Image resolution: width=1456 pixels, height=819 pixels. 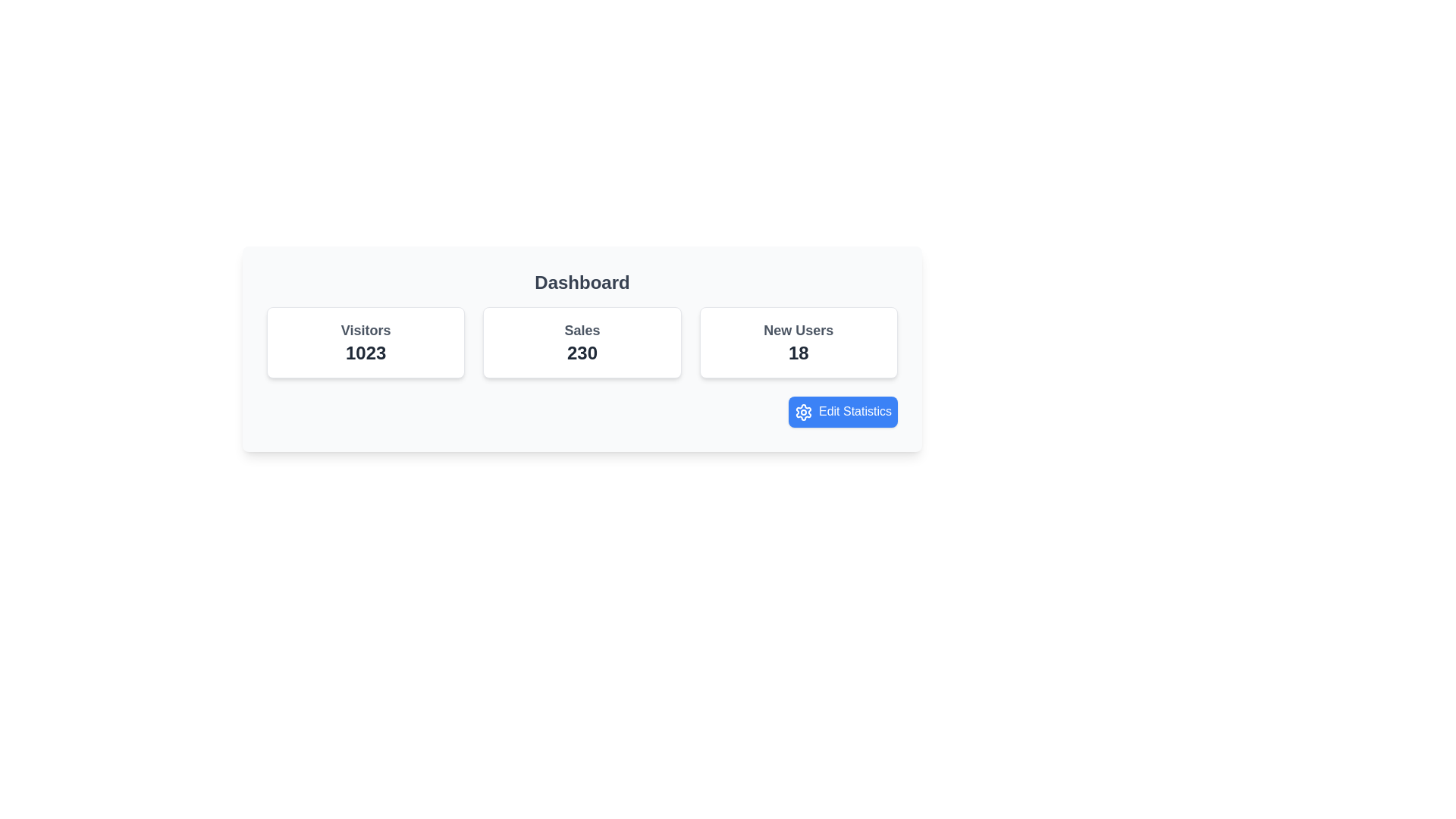 What do you see at coordinates (366, 353) in the screenshot?
I see `numerical statistic displayed in the text element located underneath 'Visitors' in the leftmost card of the dashboard layout` at bounding box center [366, 353].